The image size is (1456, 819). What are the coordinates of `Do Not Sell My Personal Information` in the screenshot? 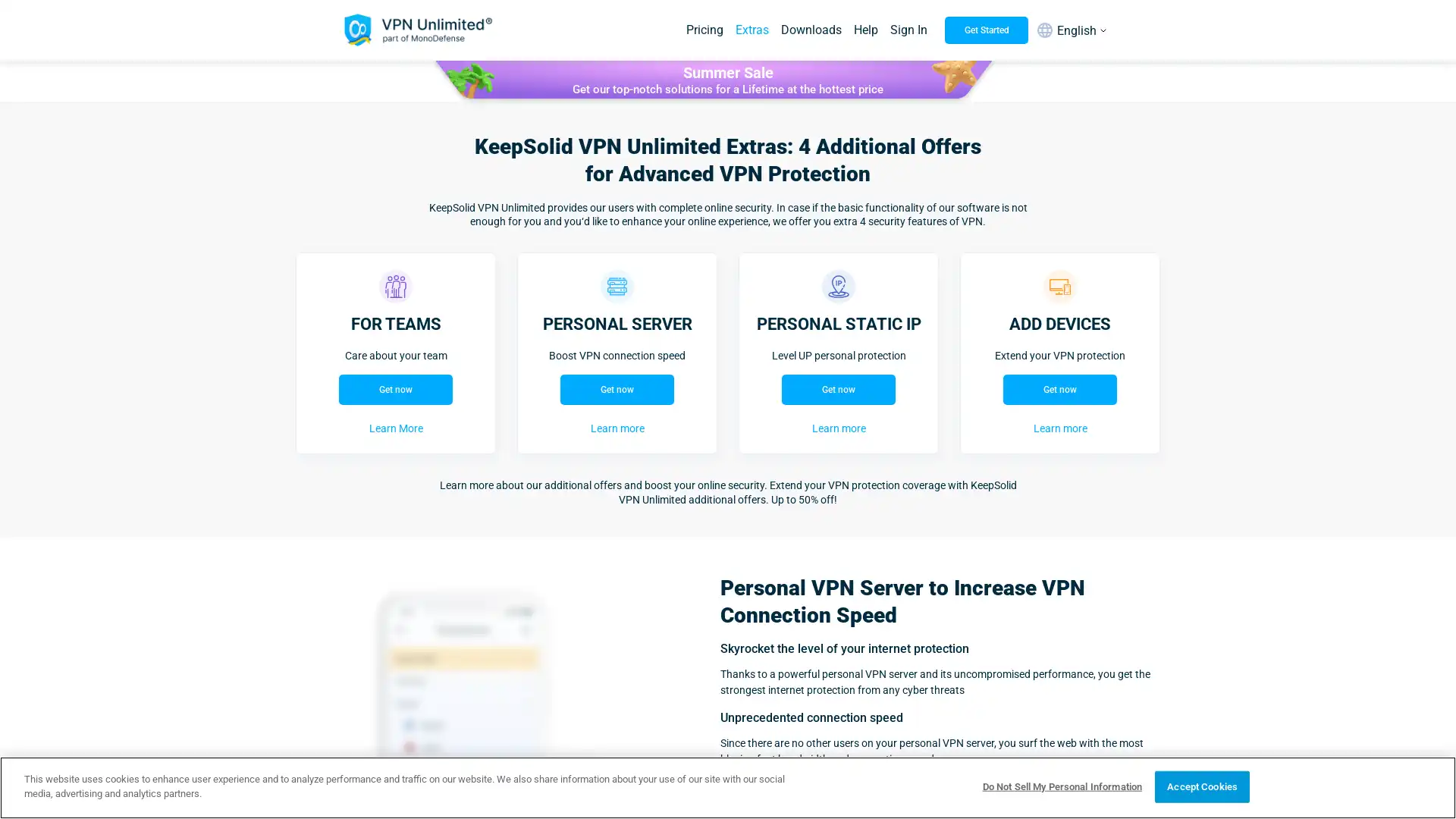 It's located at (1061, 786).